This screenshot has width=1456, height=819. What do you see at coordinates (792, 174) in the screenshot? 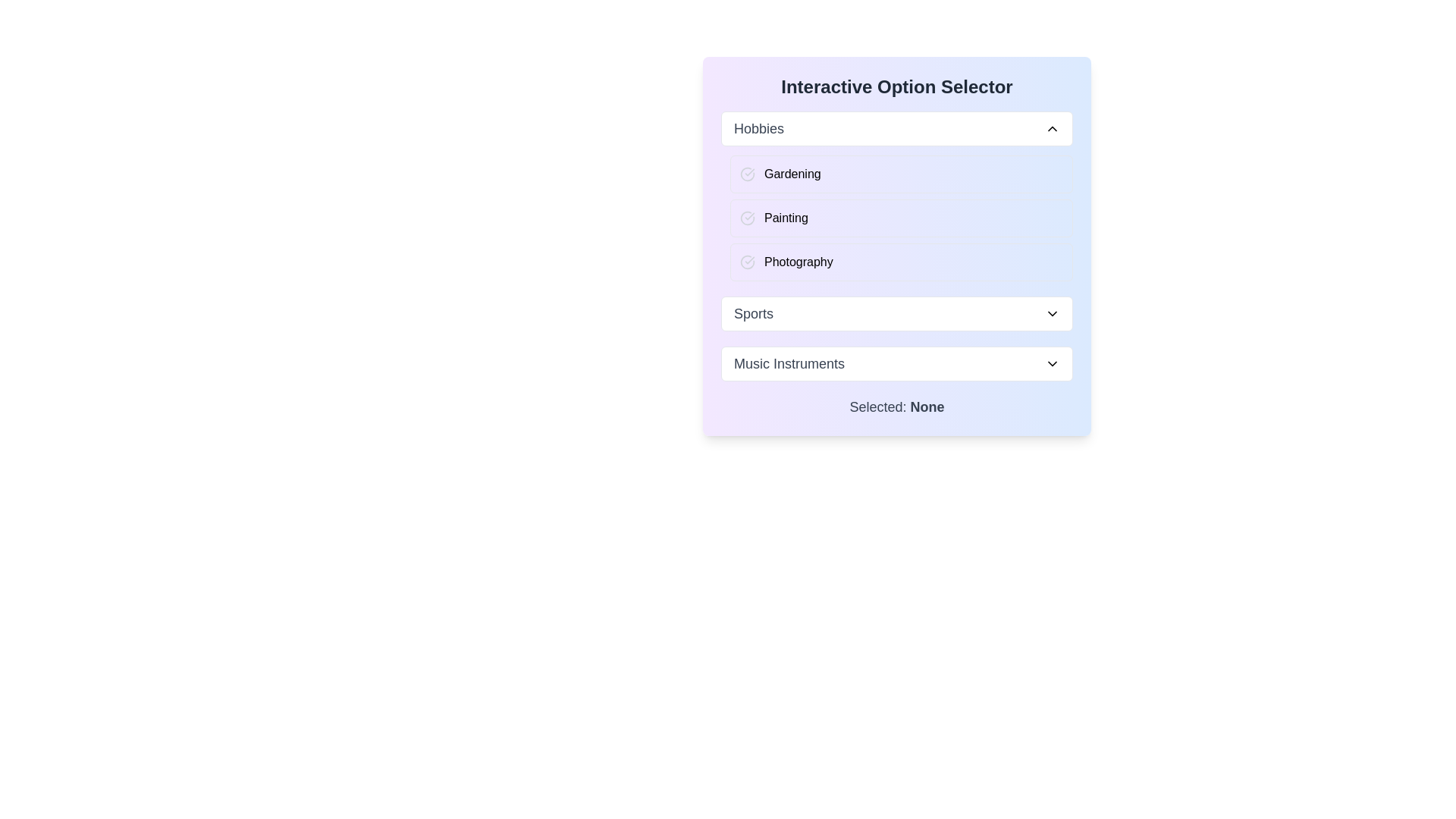
I see `the 'Gardening' static text label in the 'Hobbies' dropdown list, which is located to the right of the associated checkmark icon` at bounding box center [792, 174].